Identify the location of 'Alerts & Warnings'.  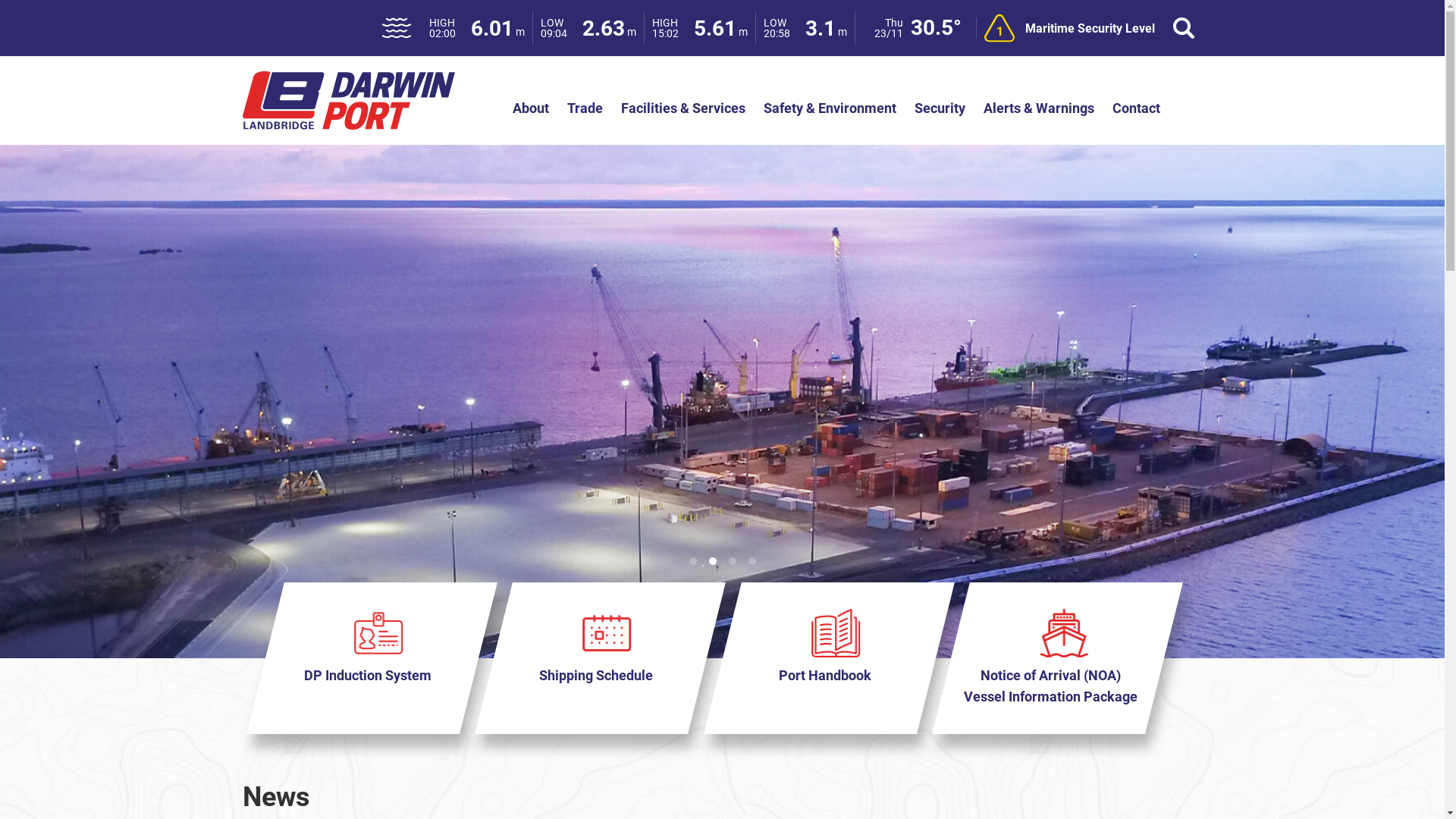
(1037, 107).